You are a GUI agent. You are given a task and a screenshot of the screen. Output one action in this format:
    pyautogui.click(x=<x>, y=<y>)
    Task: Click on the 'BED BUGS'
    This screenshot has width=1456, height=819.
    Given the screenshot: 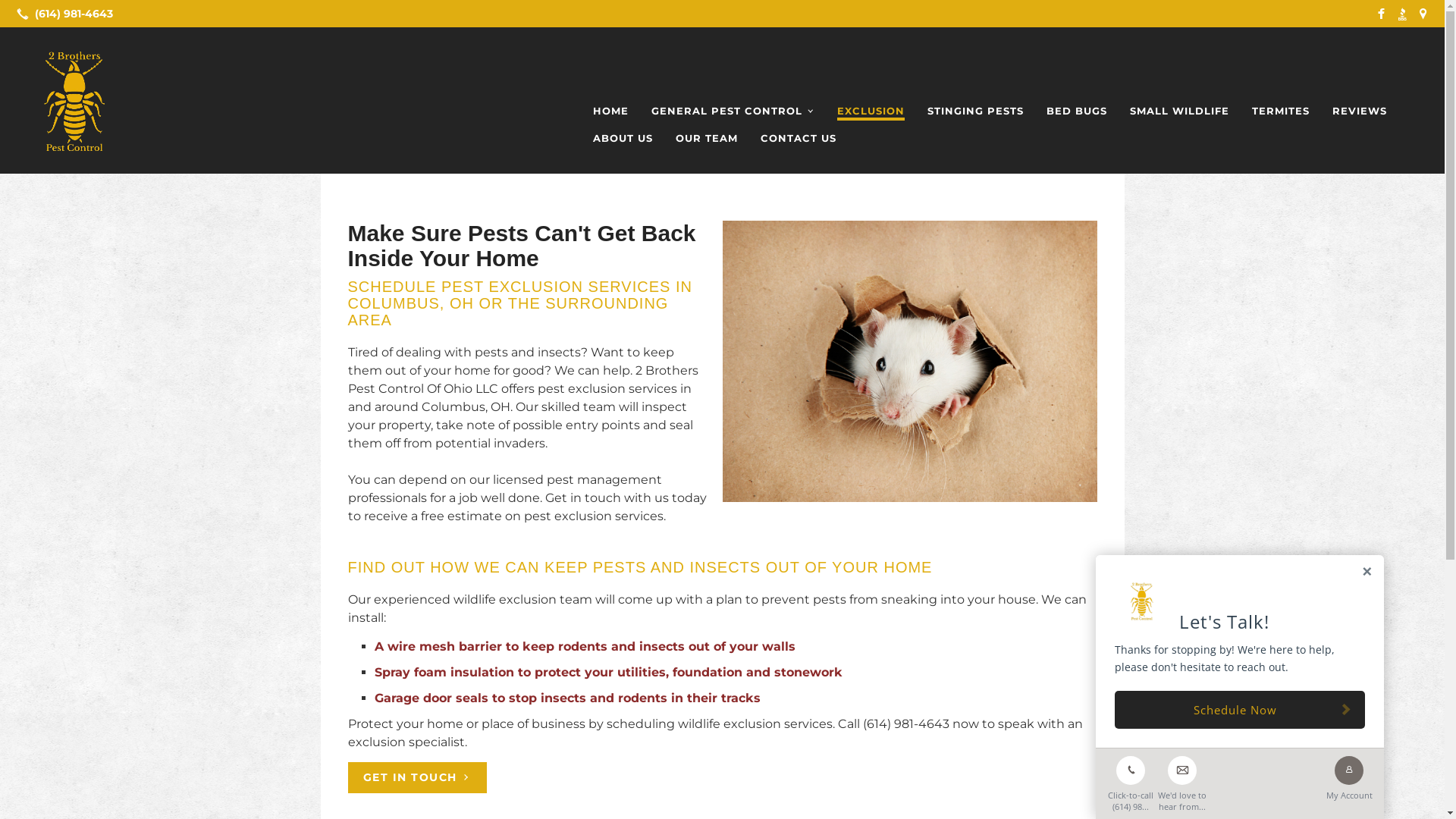 What is the action you would take?
    pyautogui.click(x=1076, y=110)
    